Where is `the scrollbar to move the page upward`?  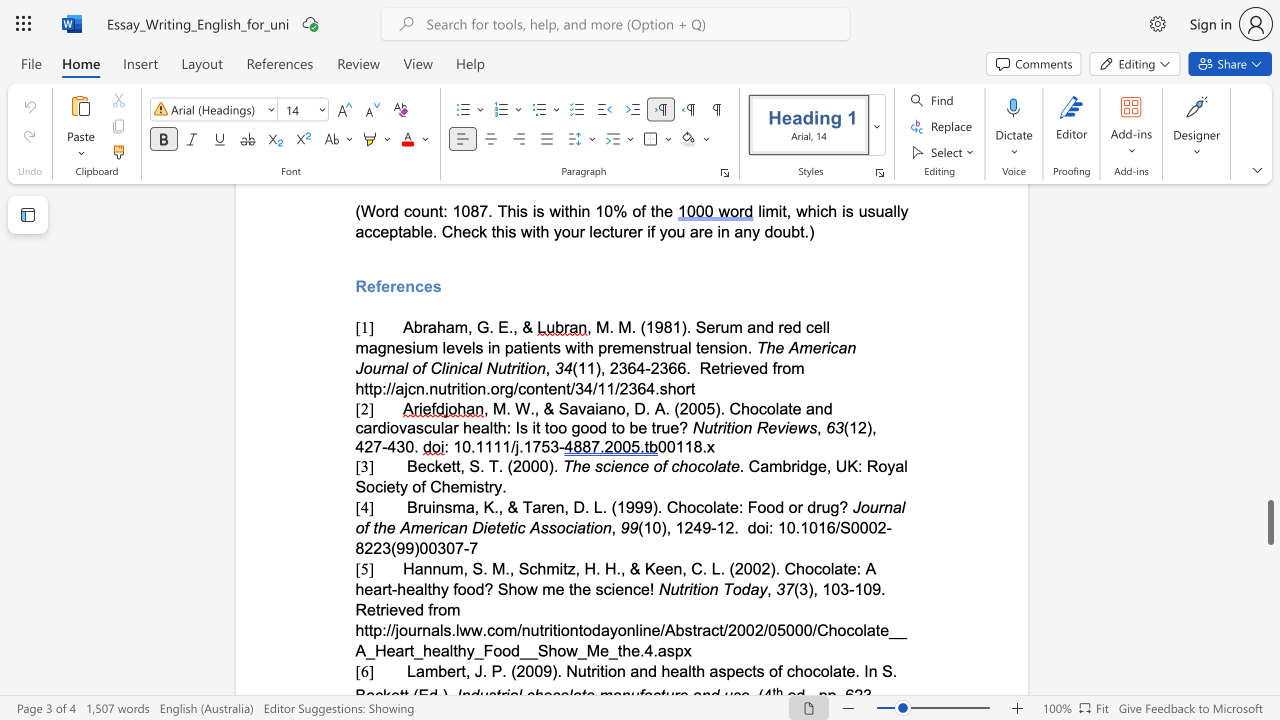 the scrollbar to move the page upward is located at coordinates (1269, 450).